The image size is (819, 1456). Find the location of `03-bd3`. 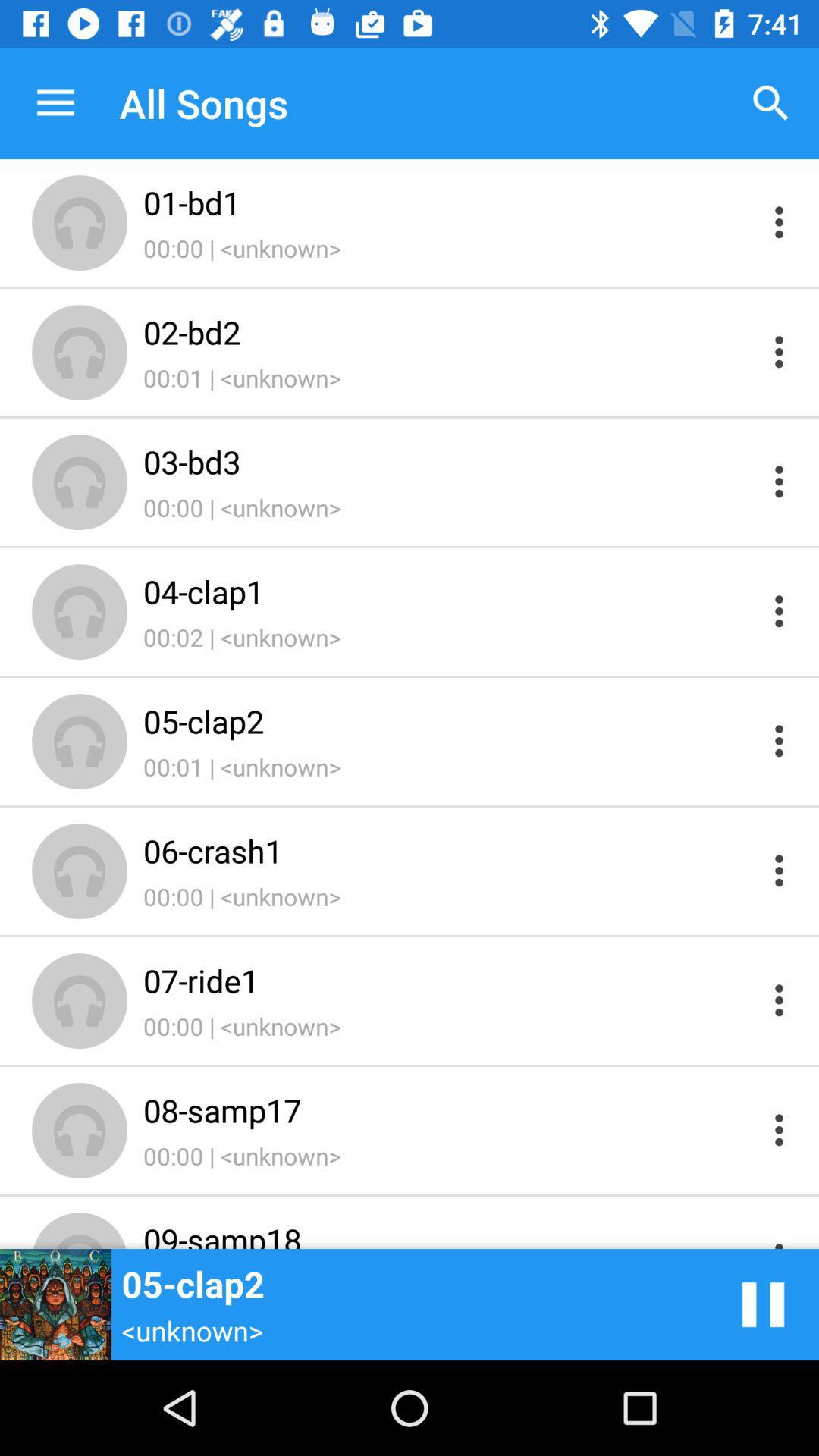

03-bd3 is located at coordinates (448, 461).